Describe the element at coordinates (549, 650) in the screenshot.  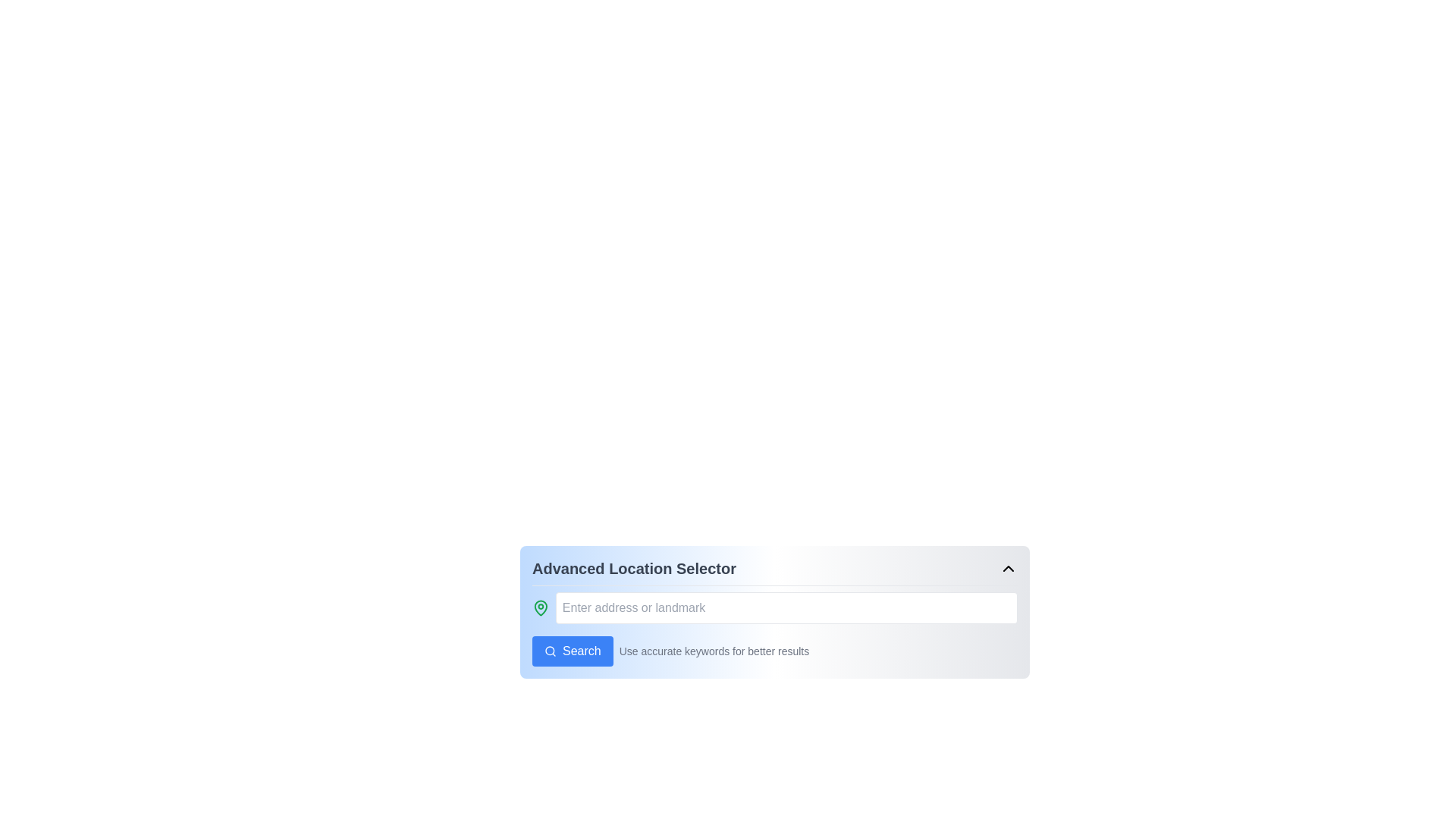
I see `the circle icon within the magnifying glass SVG graphic that is part of the blue 'Search' button` at that location.